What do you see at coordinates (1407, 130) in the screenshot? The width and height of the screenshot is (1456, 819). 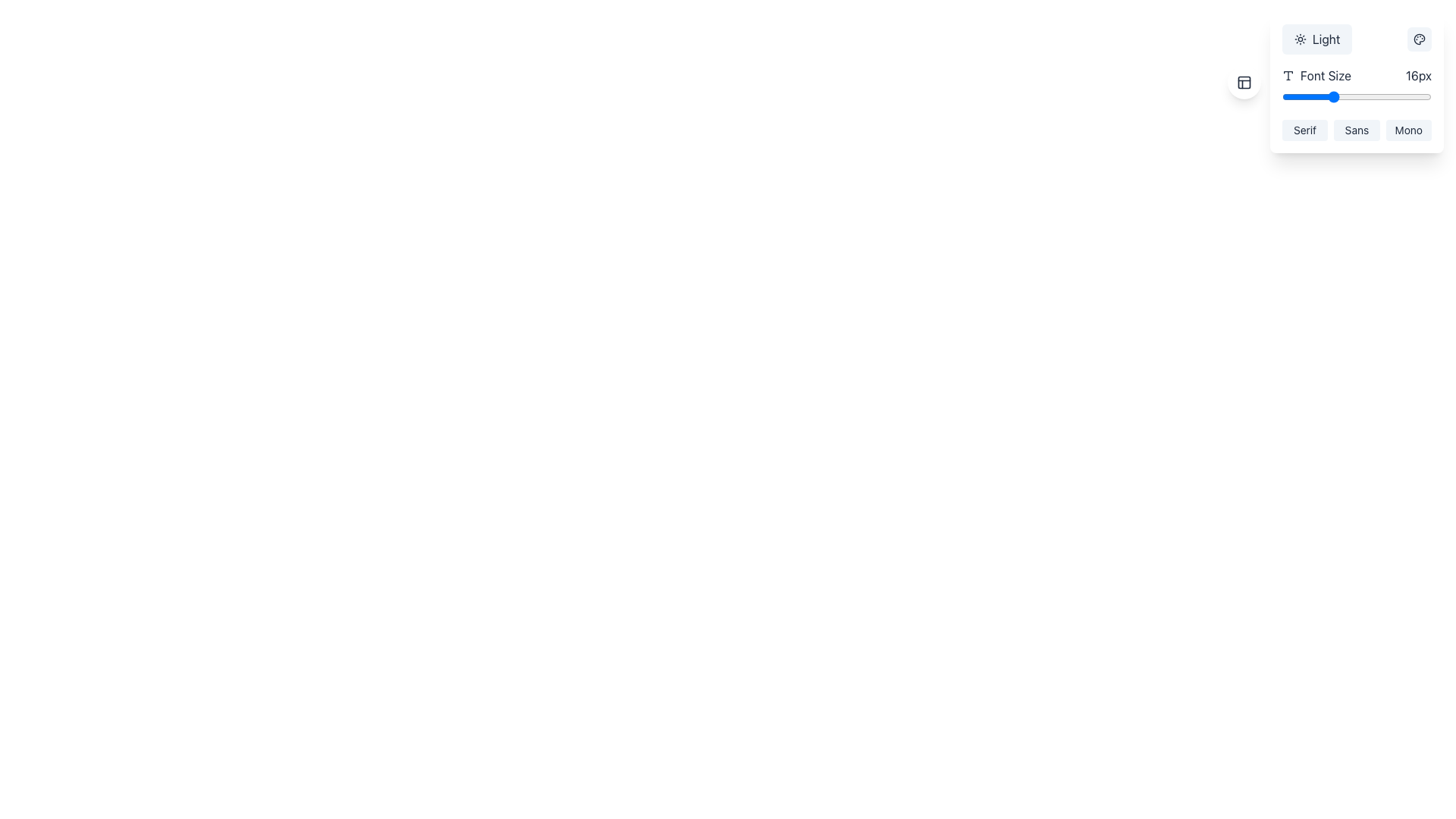 I see `the 'Mono' button, which has a light gray background and features the text 'Mono' centered within a small, rounded shape` at bounding box center [1407, 130].